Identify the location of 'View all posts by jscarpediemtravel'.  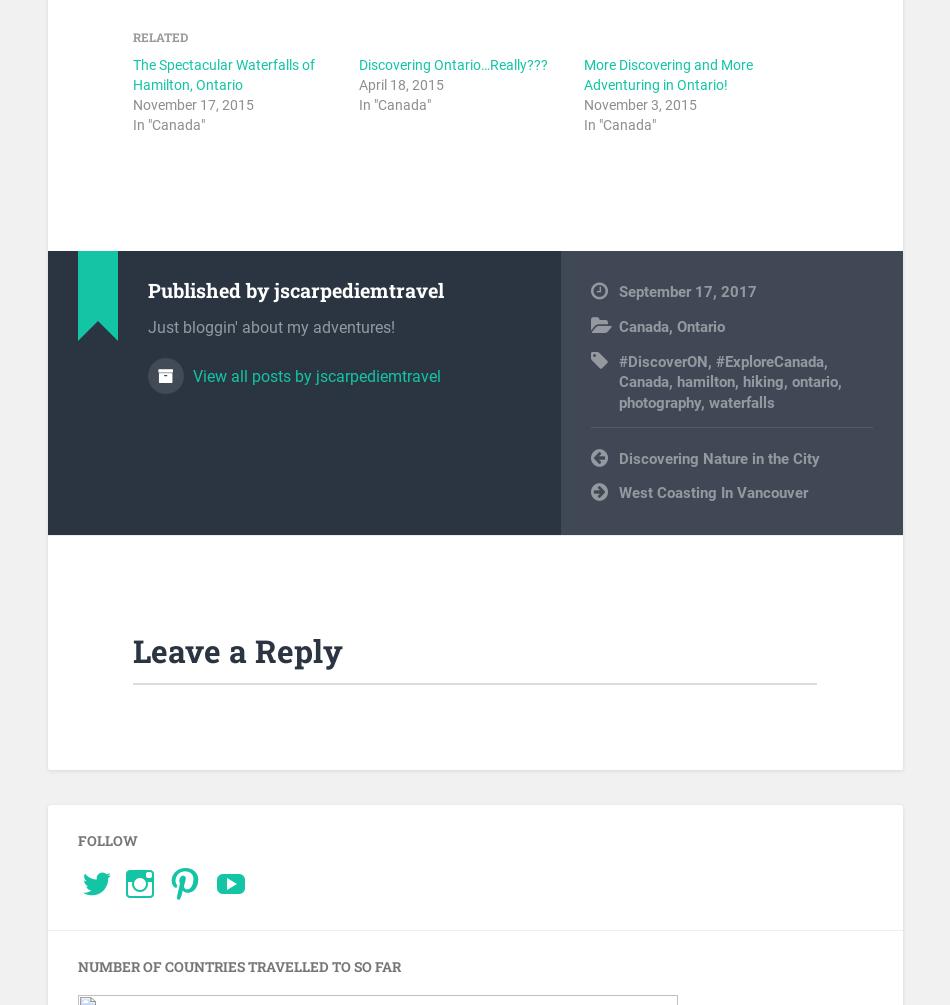
(312, 375).